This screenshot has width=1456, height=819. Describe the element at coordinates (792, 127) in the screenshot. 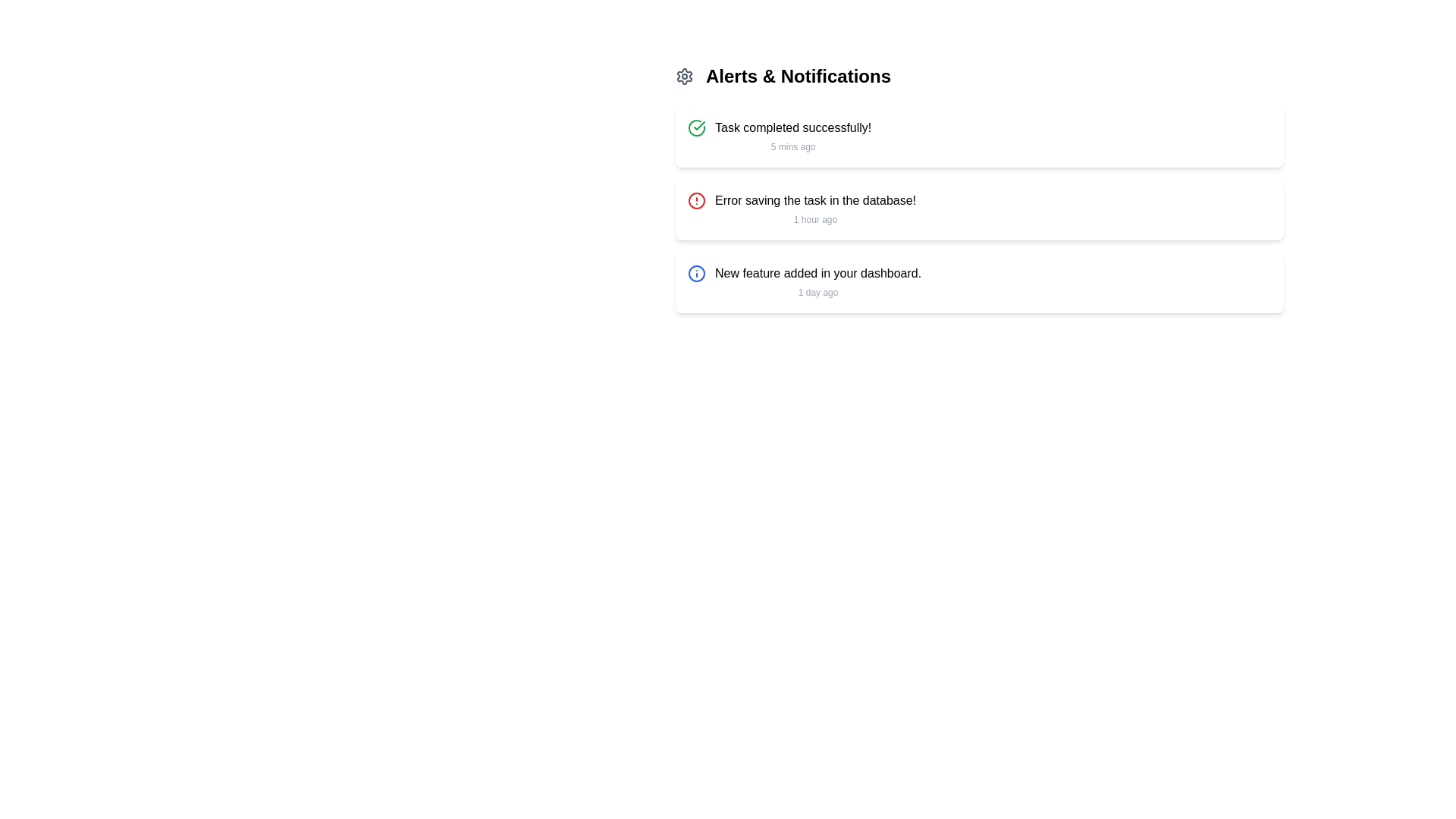

I see `notification text located at the top-left of the notification card in the 'Alerts & Notifications' list, which indicates a successfully completed task` at that location.